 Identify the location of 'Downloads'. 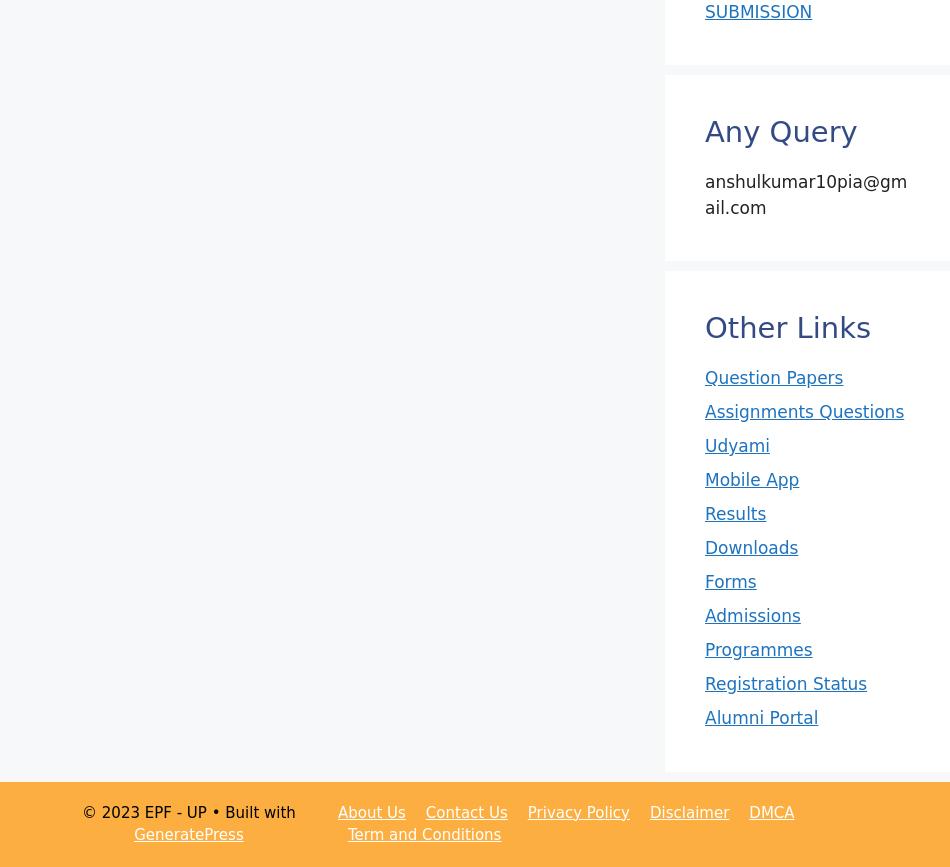
(750, 547).